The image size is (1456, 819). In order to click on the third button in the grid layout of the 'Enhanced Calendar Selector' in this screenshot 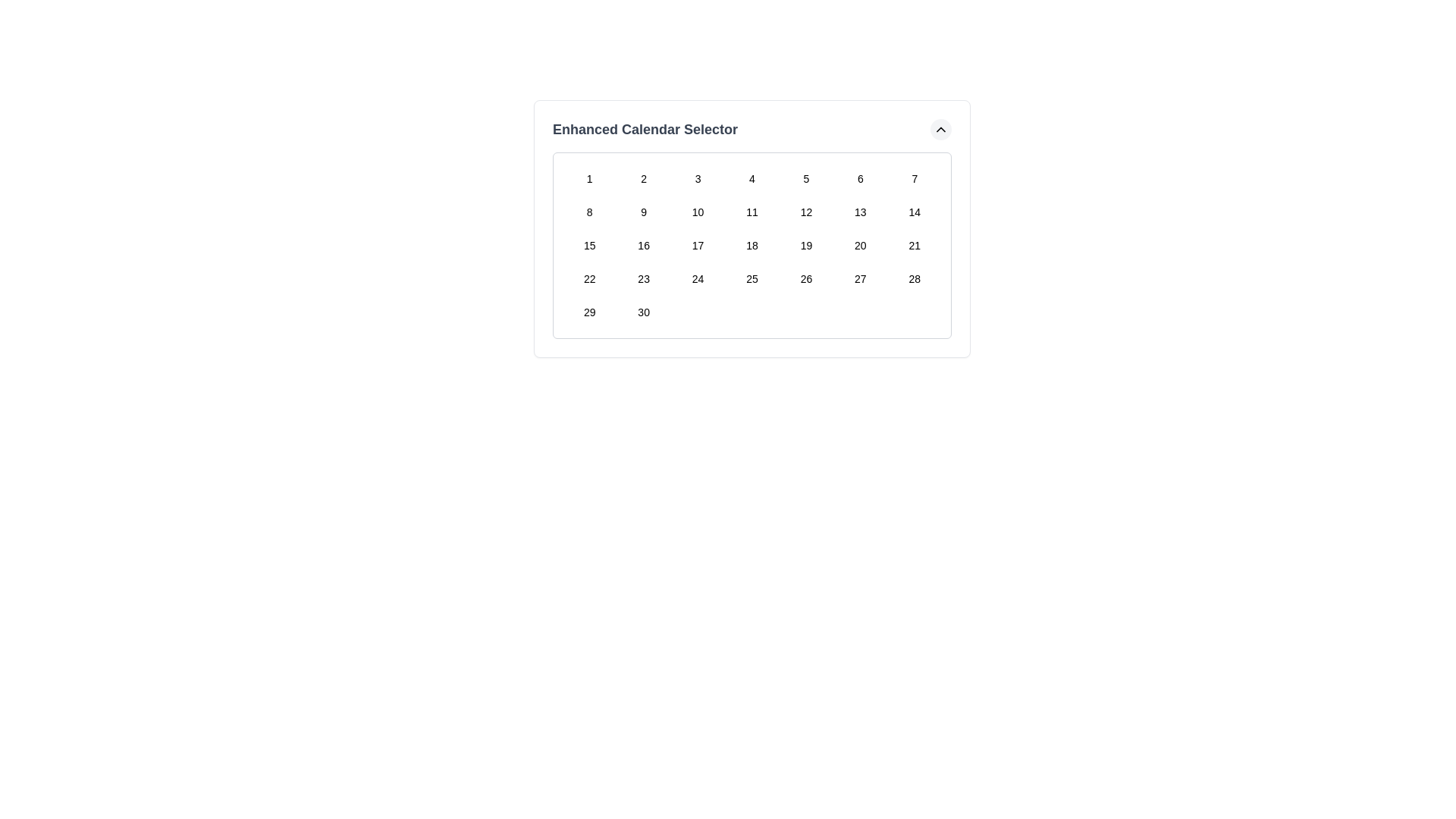, I will do `click(697, 177)`.